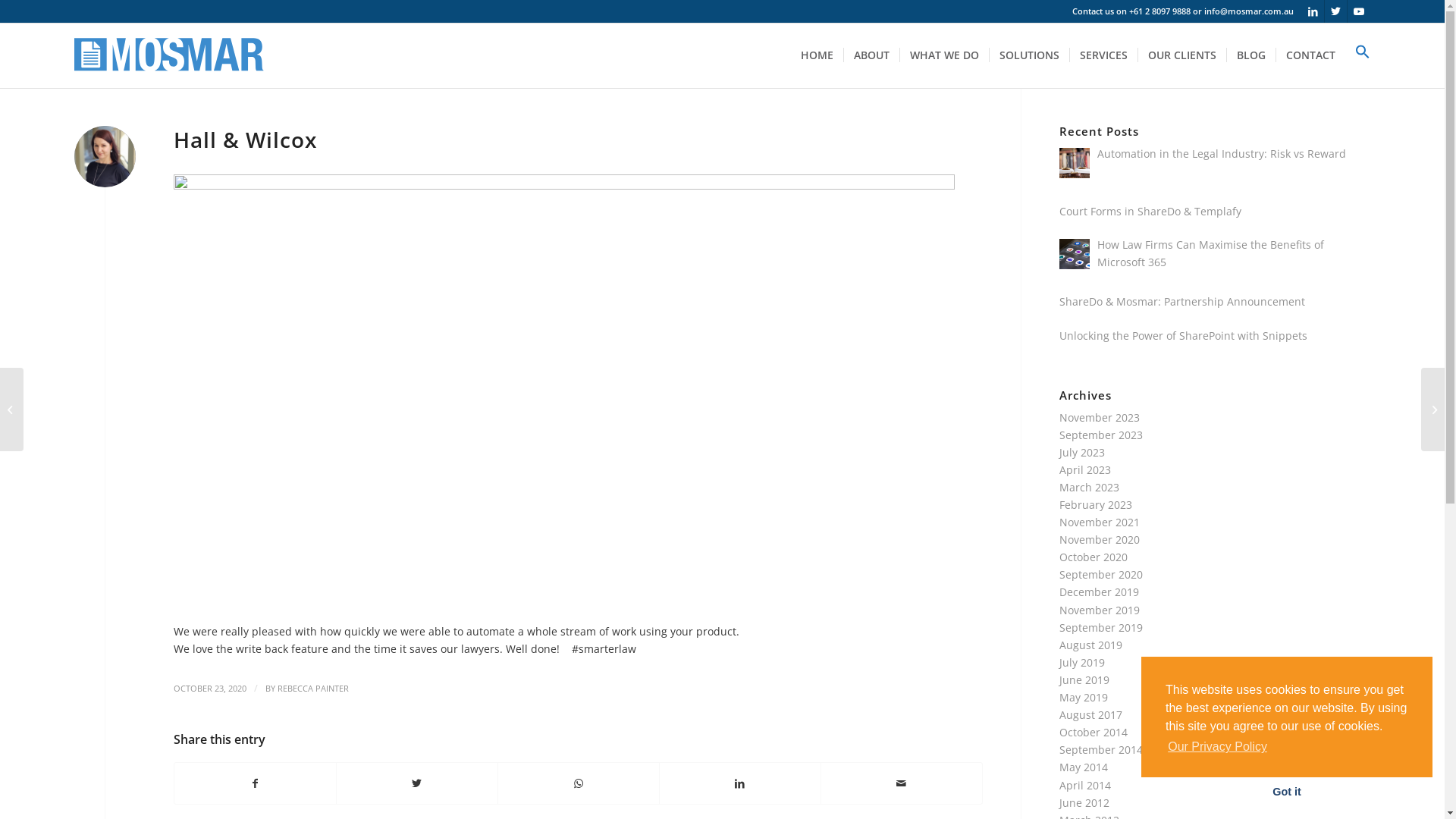 This screenshot has width=1456, height=819. I want to click on 'WHAT WE DO', so click(899, 55).